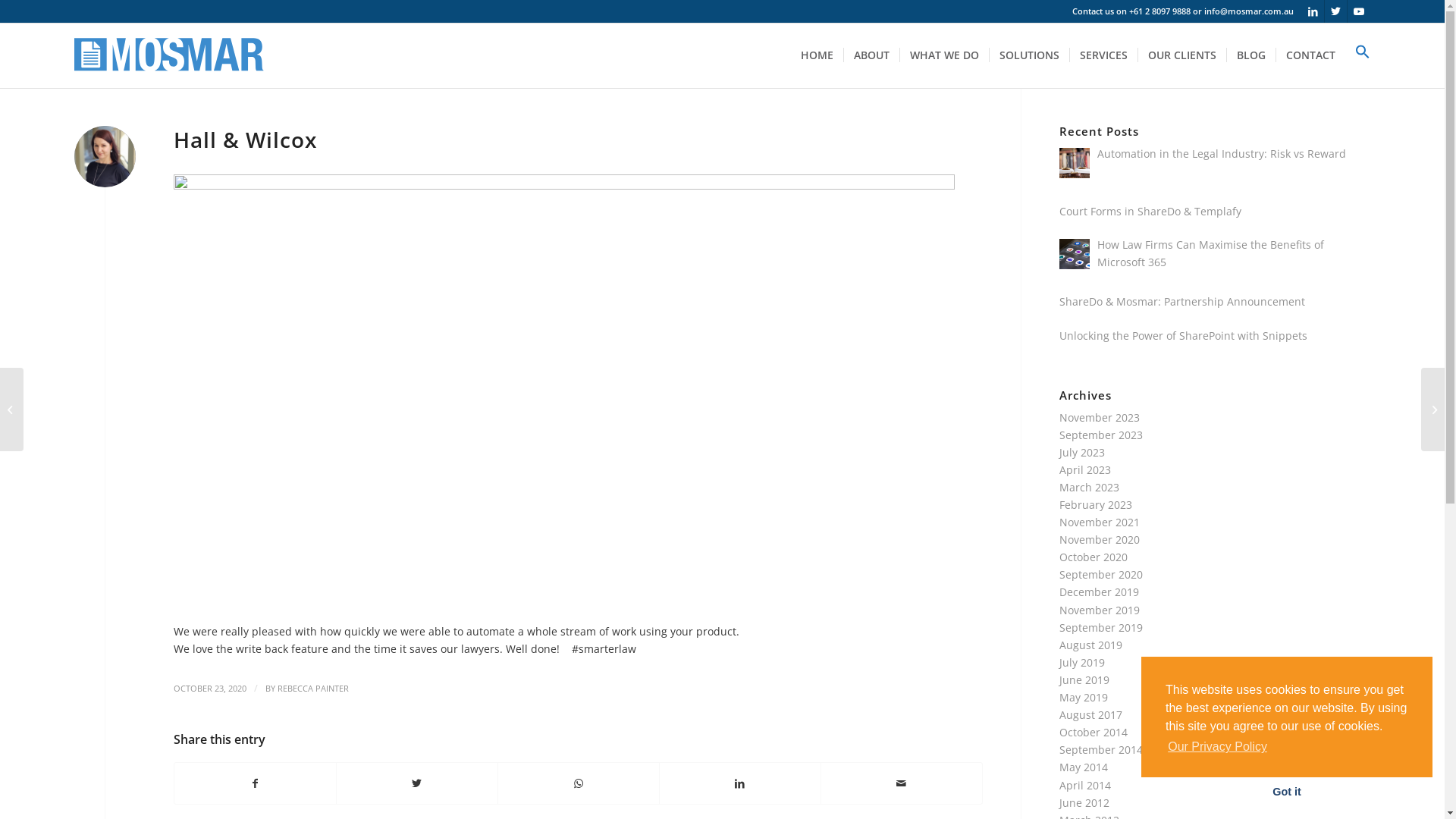 This screenshot has width=1456, height=819. I want to click on 'WHAT WE DO', so click(899, 55).